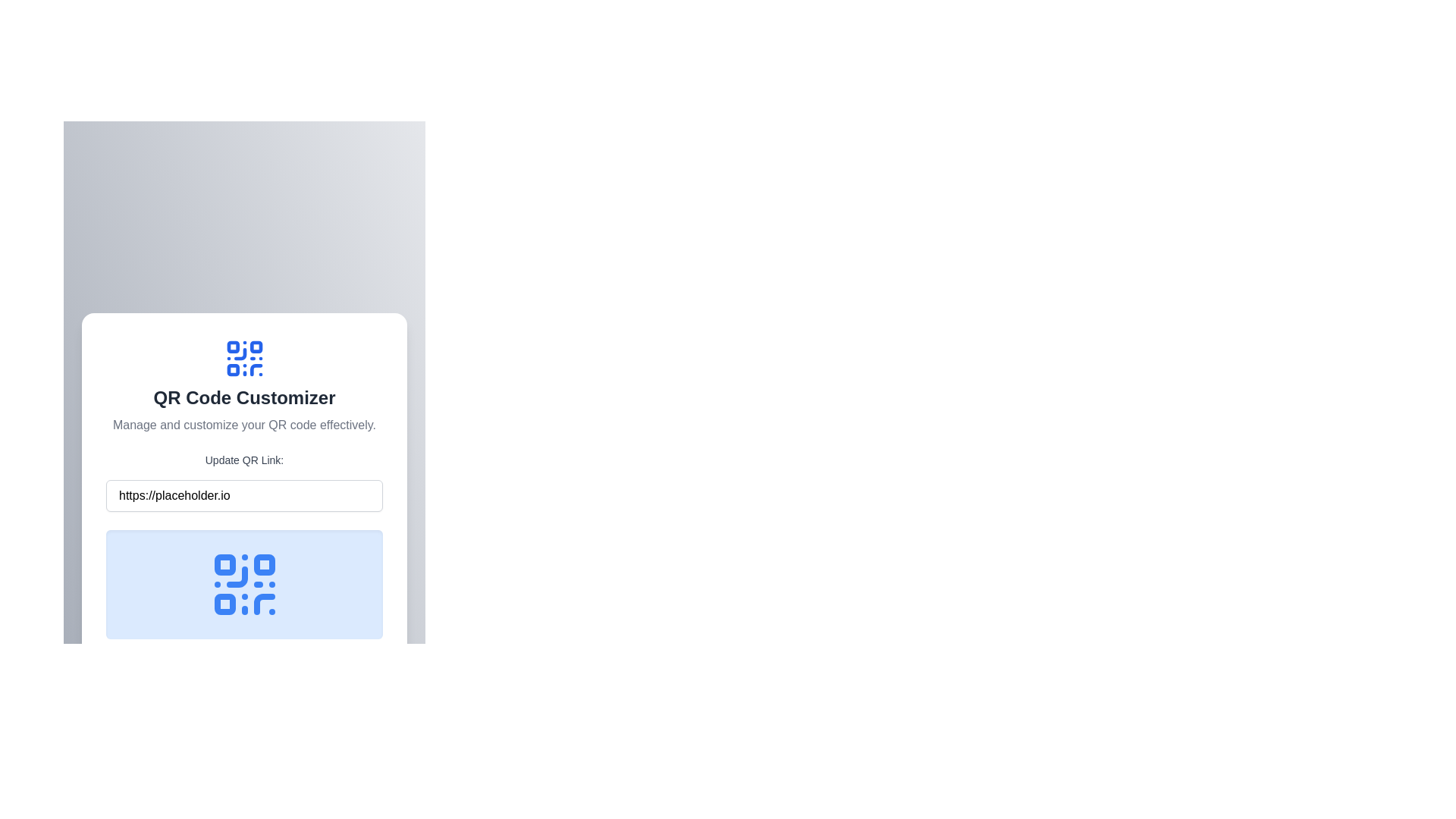 Image resolution: width=1456 pixels, height=819 pixels. I want to click on the informational section that introduces the QR Code Customizer feature, located centrally above the 'Update QR Link' input field, so click(244, 385).